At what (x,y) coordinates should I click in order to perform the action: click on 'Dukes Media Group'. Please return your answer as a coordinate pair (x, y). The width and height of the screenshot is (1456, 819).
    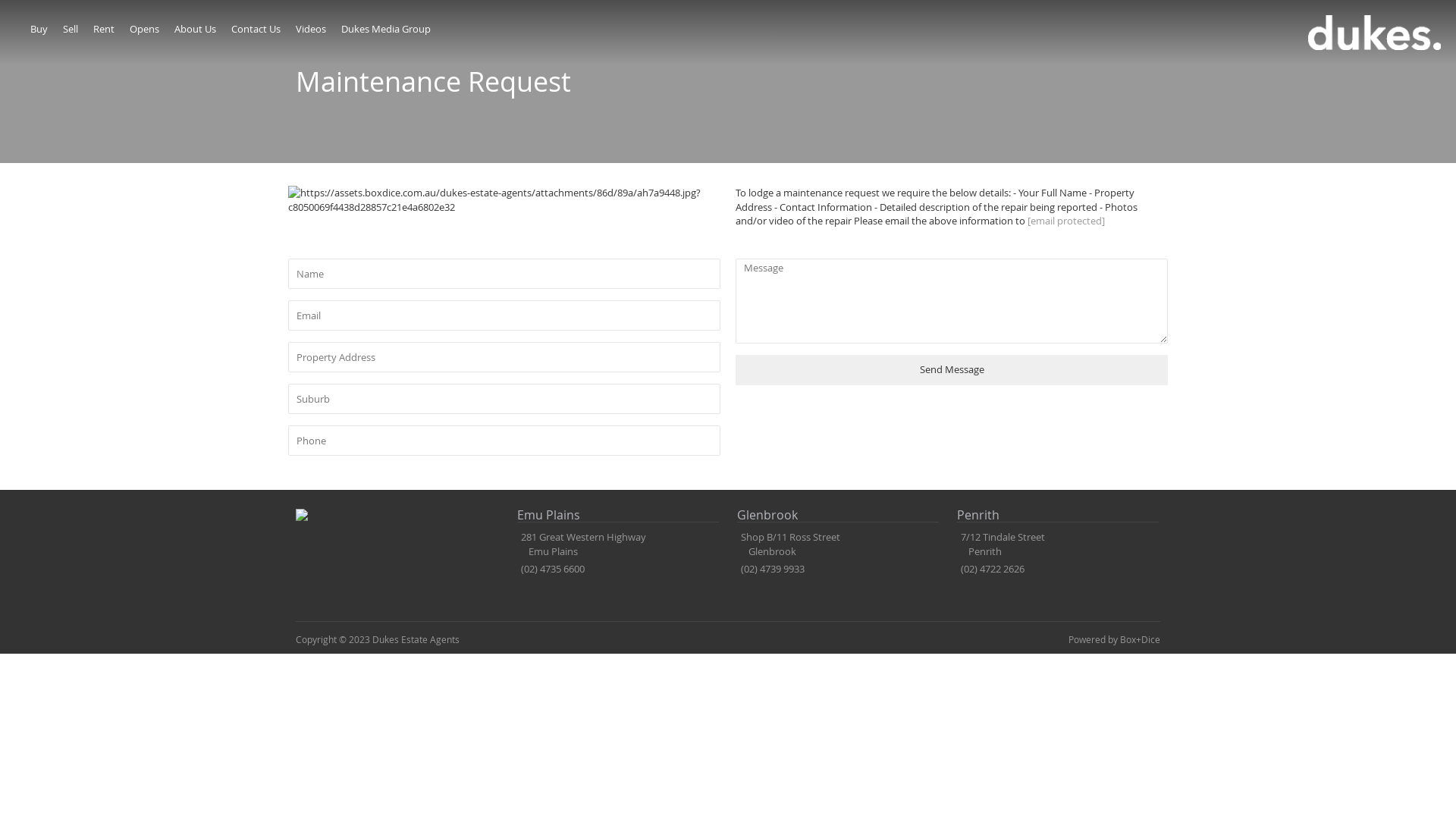
    Looking at the image, I should click on (385, 29).